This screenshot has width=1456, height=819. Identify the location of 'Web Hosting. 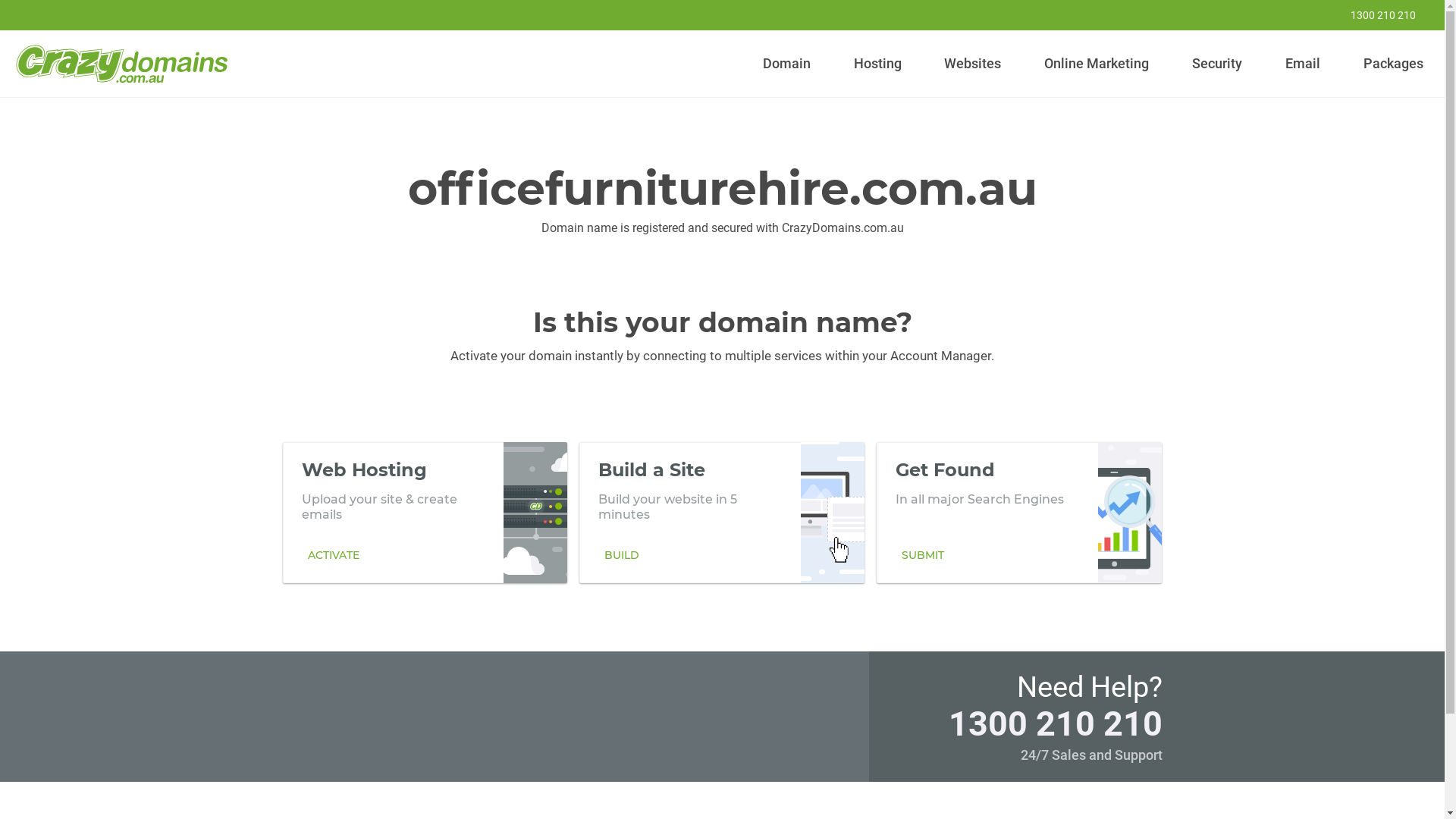
(425, 512).